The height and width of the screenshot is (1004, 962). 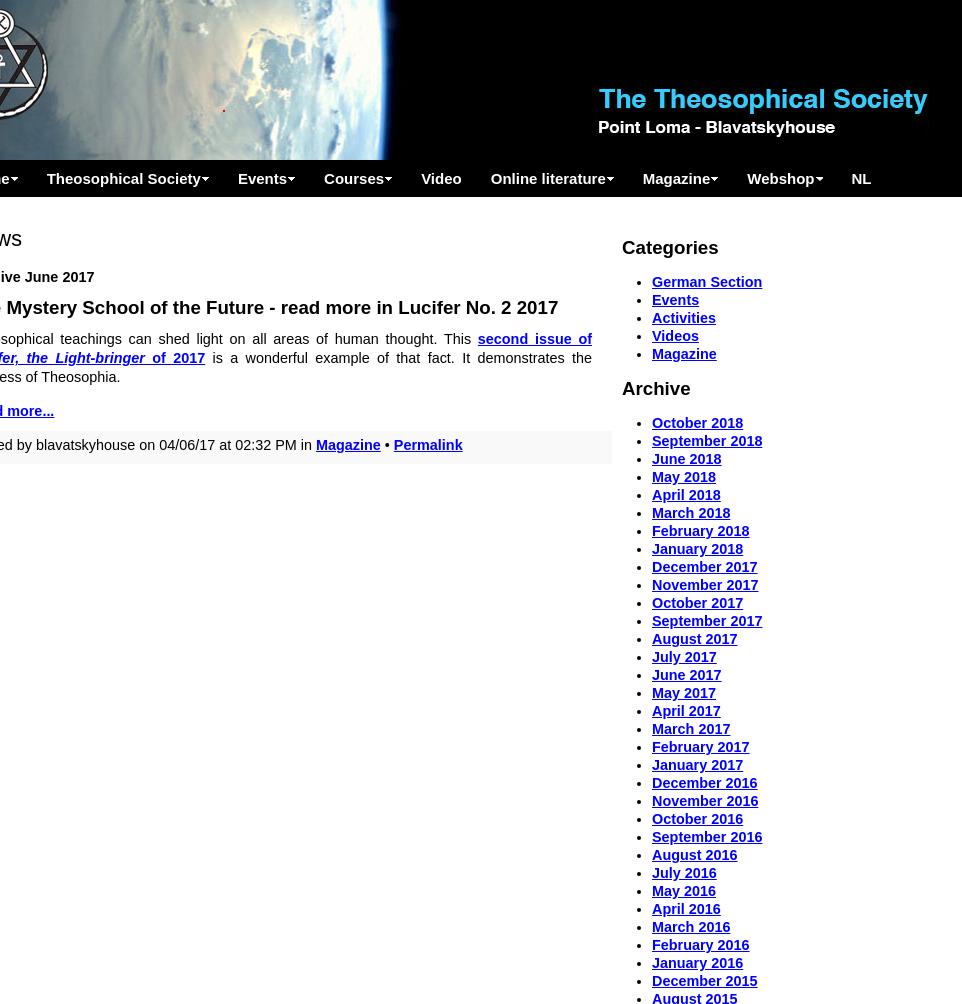 What do you see at coordinates (703, 566) in the screenshot?
I see `'December 2017'` at bounding box center [703, 566].